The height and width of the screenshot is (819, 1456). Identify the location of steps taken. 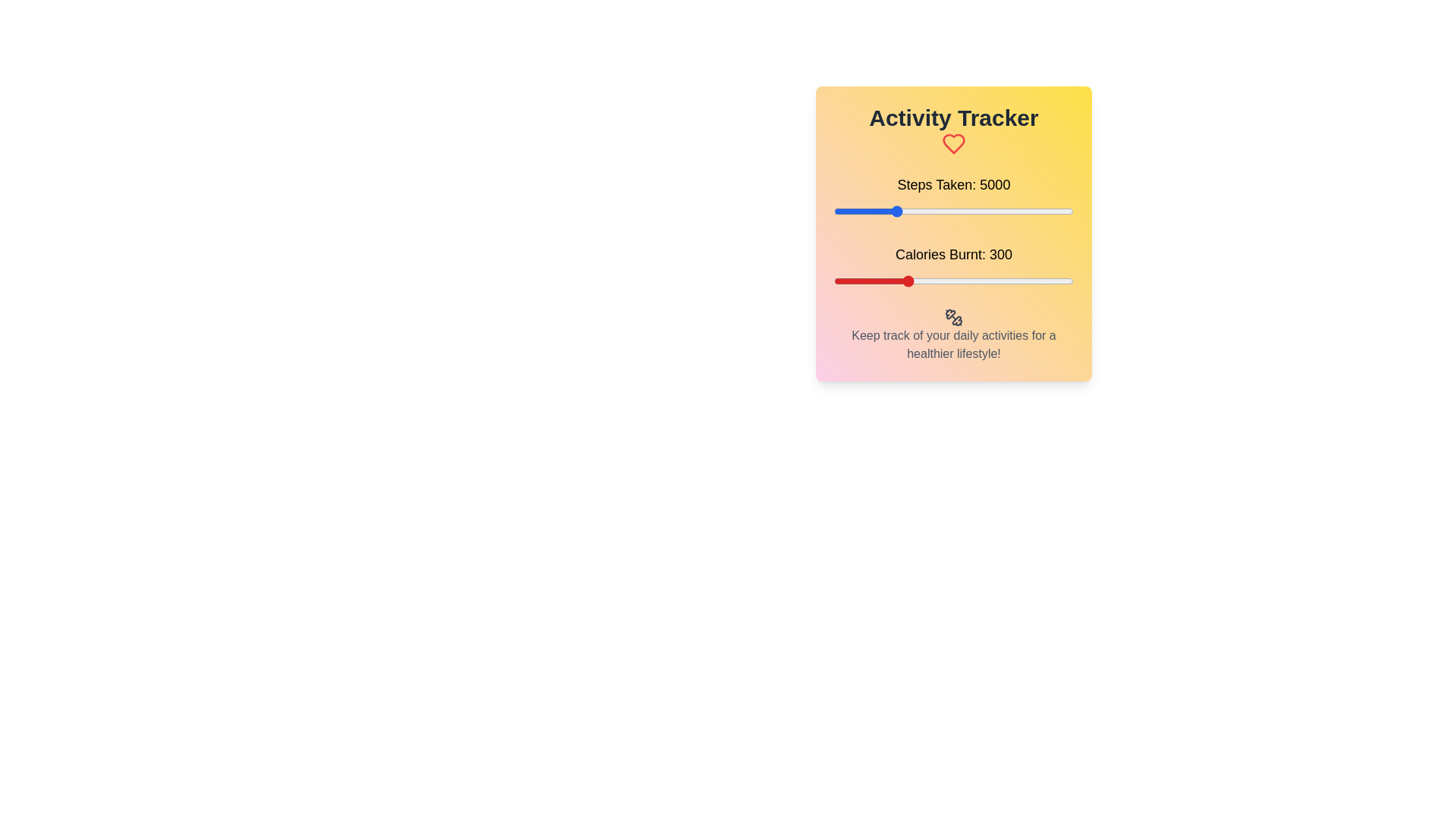
(915, 211).